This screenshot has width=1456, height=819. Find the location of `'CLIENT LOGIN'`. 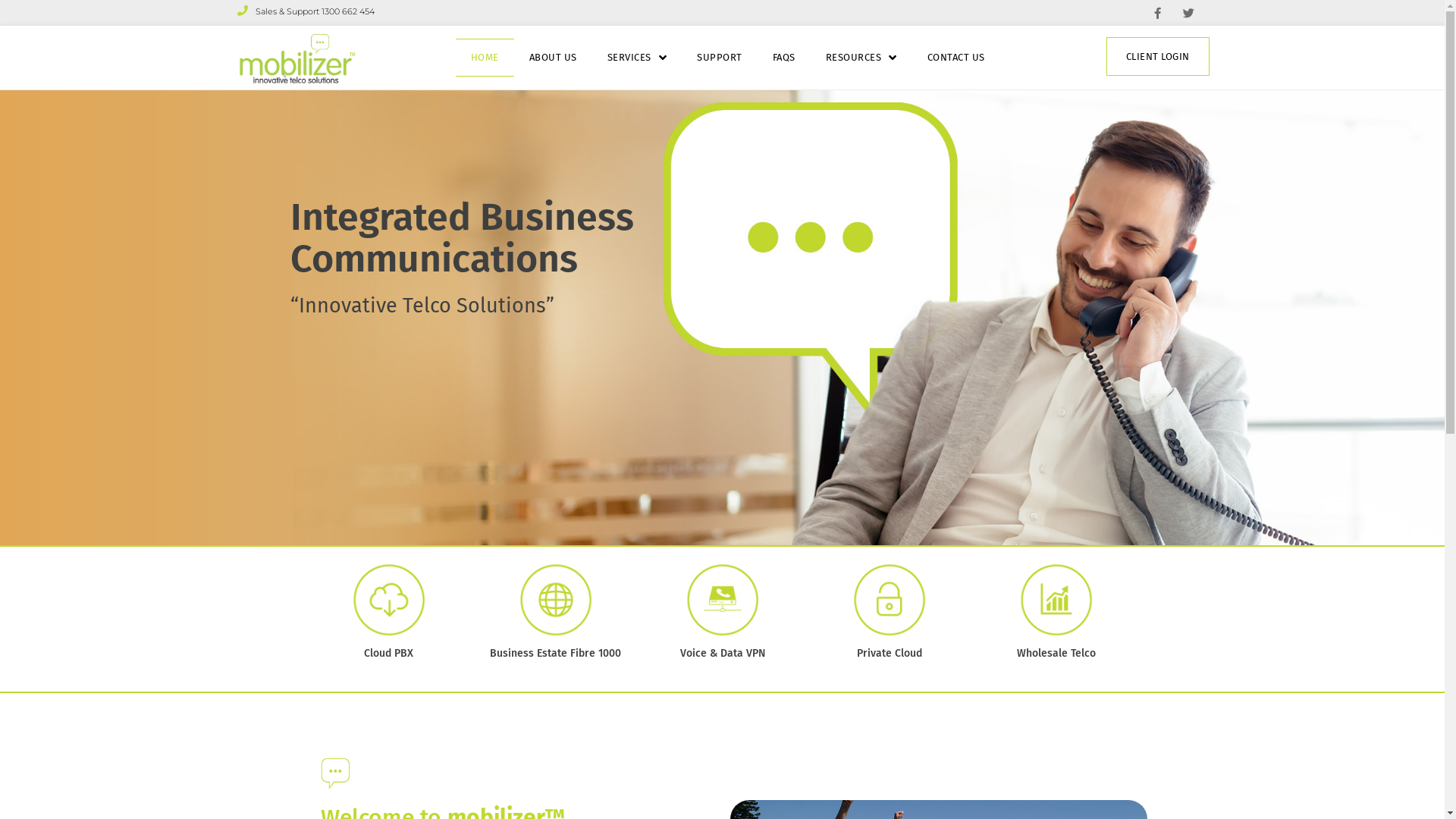

'CLIENT LOGIN' is located at coordinates (1106, 55).